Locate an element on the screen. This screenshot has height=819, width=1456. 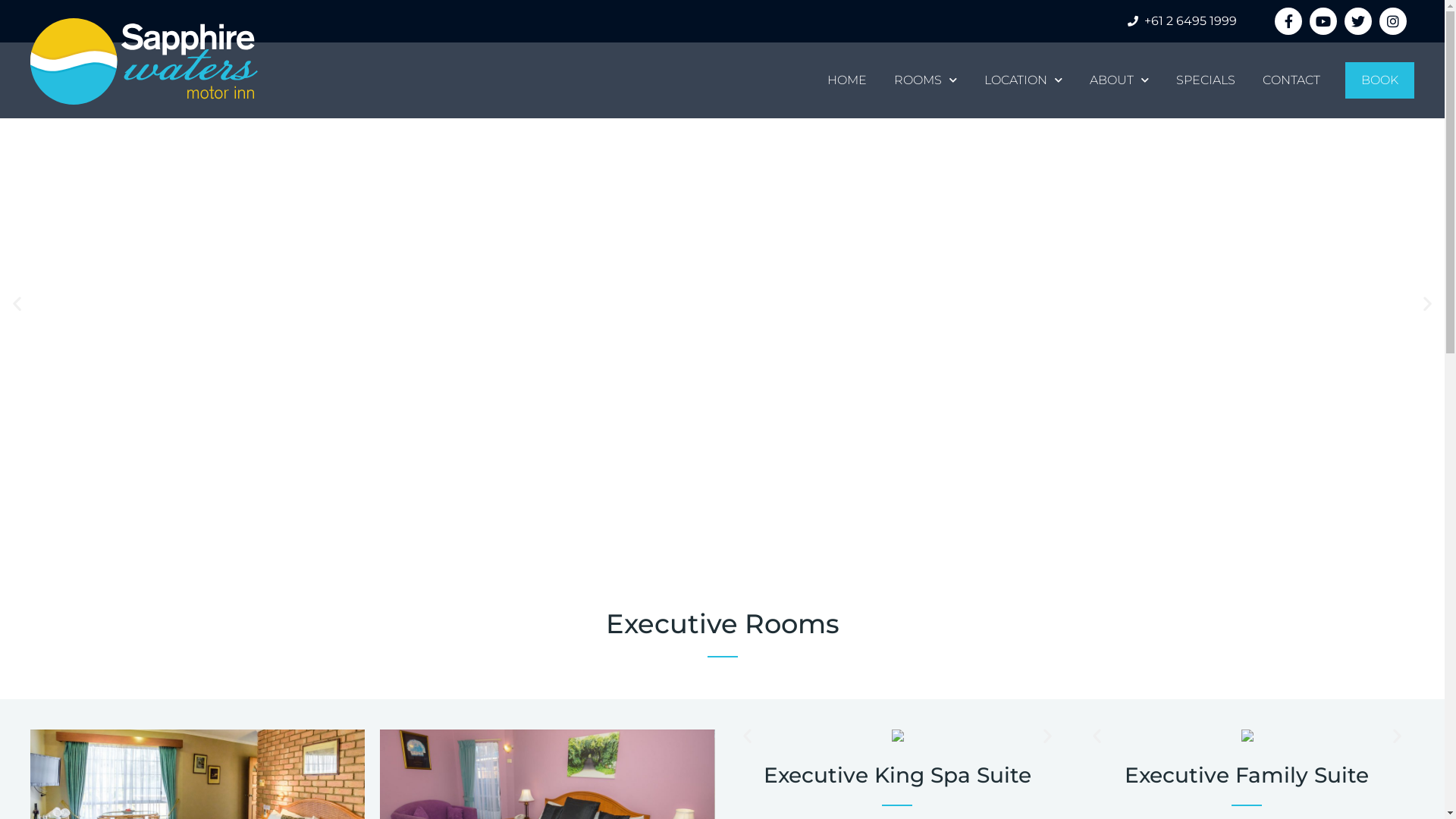
'+61 2 6495 1999' is located at coordinates (1181, 20).